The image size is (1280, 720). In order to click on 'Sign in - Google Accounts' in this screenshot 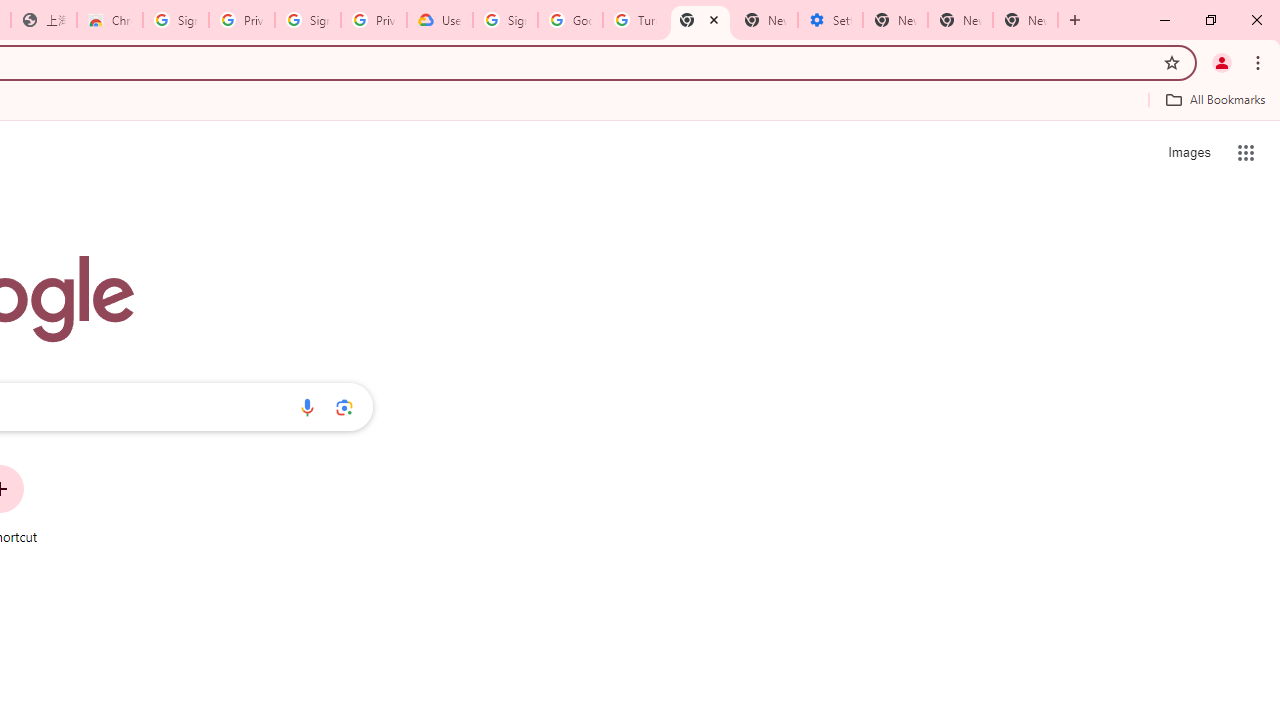, I will do `click(176, 20)`.